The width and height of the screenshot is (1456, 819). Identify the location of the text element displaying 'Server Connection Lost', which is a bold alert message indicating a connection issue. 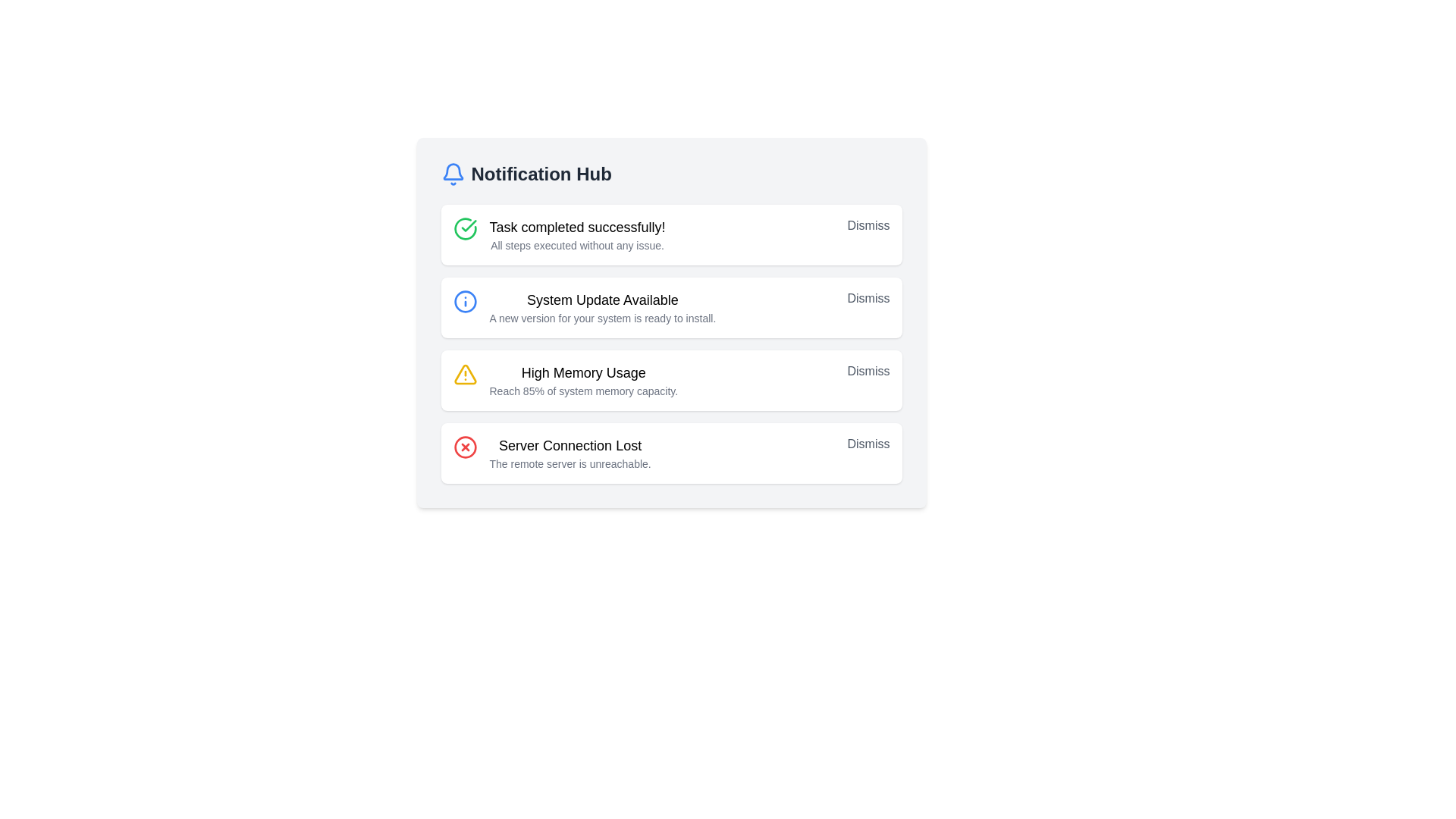
(570, 444).